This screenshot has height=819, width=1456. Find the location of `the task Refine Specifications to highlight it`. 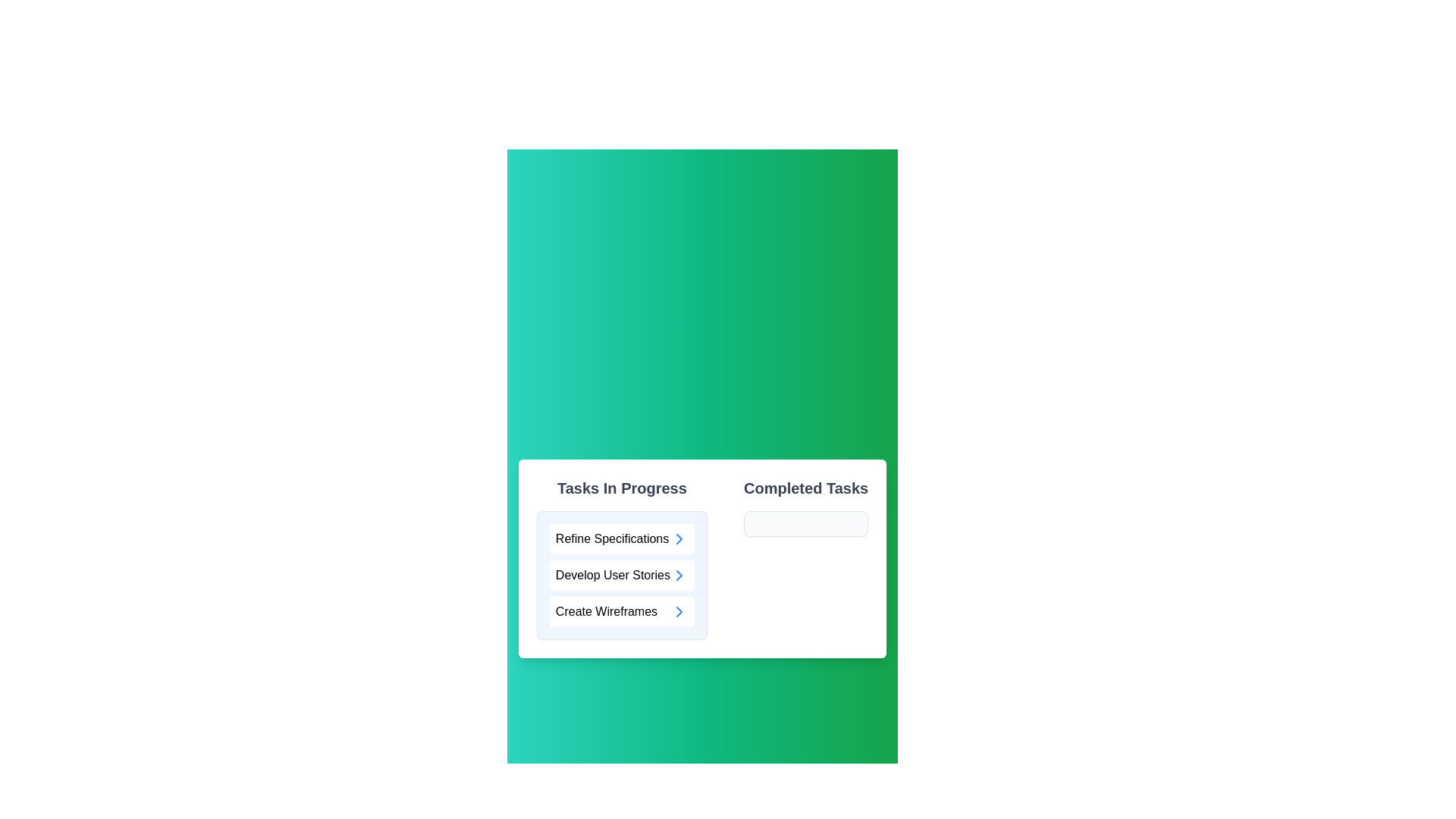

the task Refine Specifications to highlight it is located at coordinates (622, 538).